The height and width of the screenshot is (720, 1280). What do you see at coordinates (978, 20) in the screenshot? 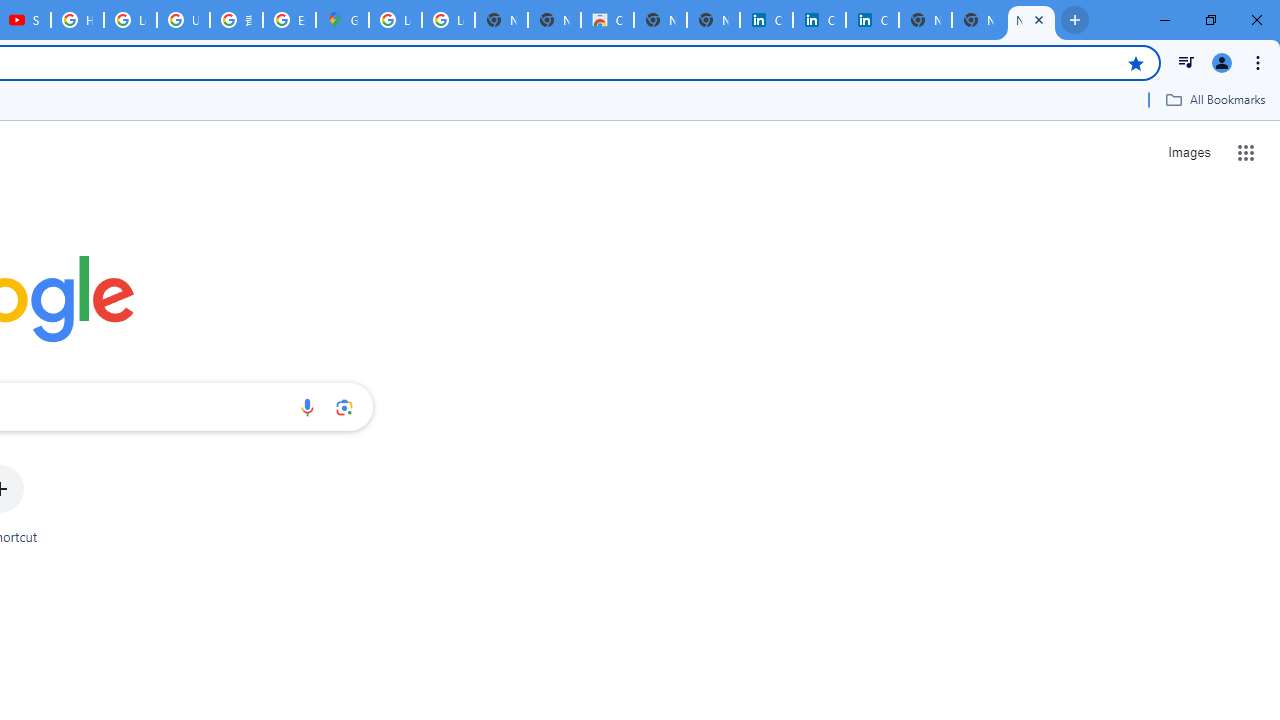
I see `'New Tab'` at bounding box center [978, 20].